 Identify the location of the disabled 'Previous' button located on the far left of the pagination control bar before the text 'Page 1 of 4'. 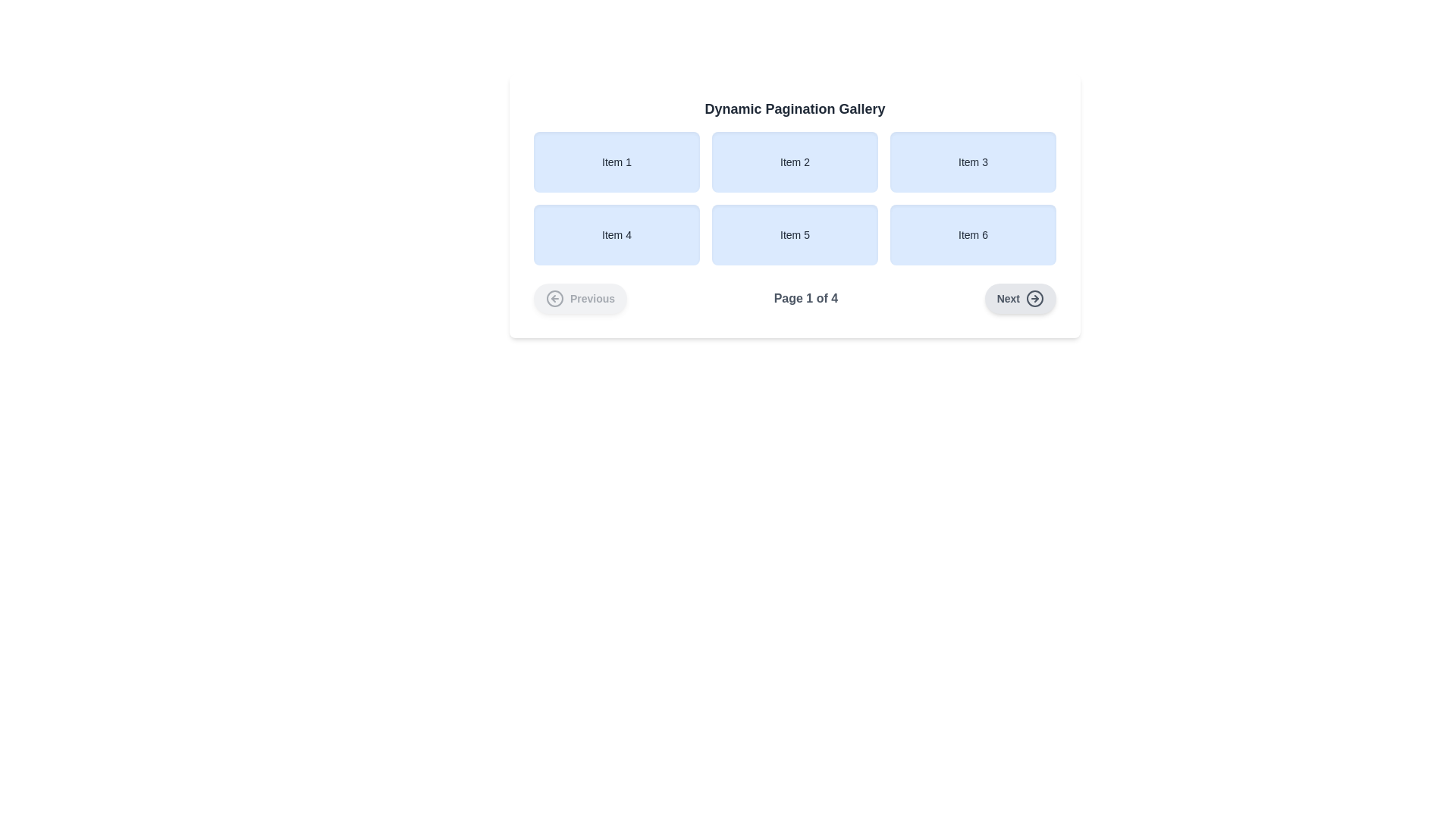
(579, 298).